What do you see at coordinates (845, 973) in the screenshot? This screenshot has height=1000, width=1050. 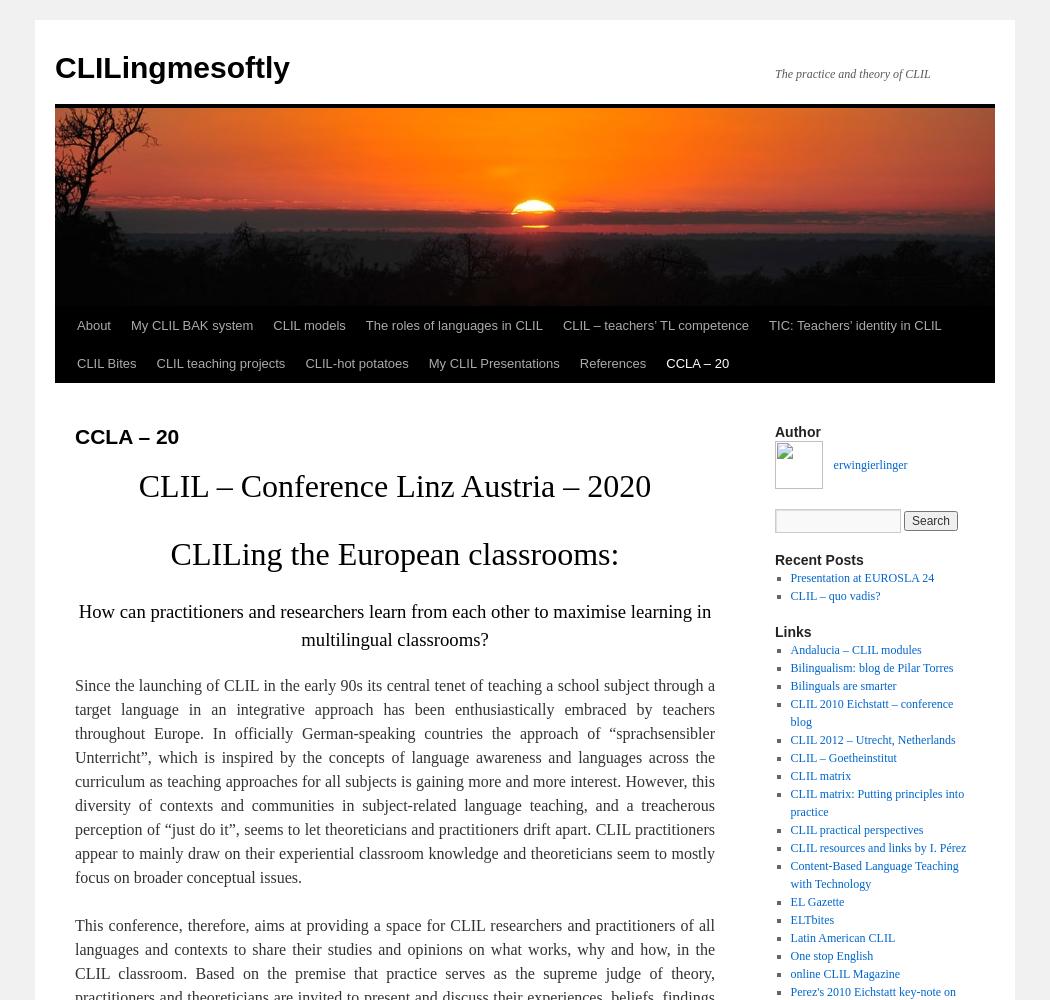 I see `'online CLIL Magazine'` at bounding box center [845, 973].